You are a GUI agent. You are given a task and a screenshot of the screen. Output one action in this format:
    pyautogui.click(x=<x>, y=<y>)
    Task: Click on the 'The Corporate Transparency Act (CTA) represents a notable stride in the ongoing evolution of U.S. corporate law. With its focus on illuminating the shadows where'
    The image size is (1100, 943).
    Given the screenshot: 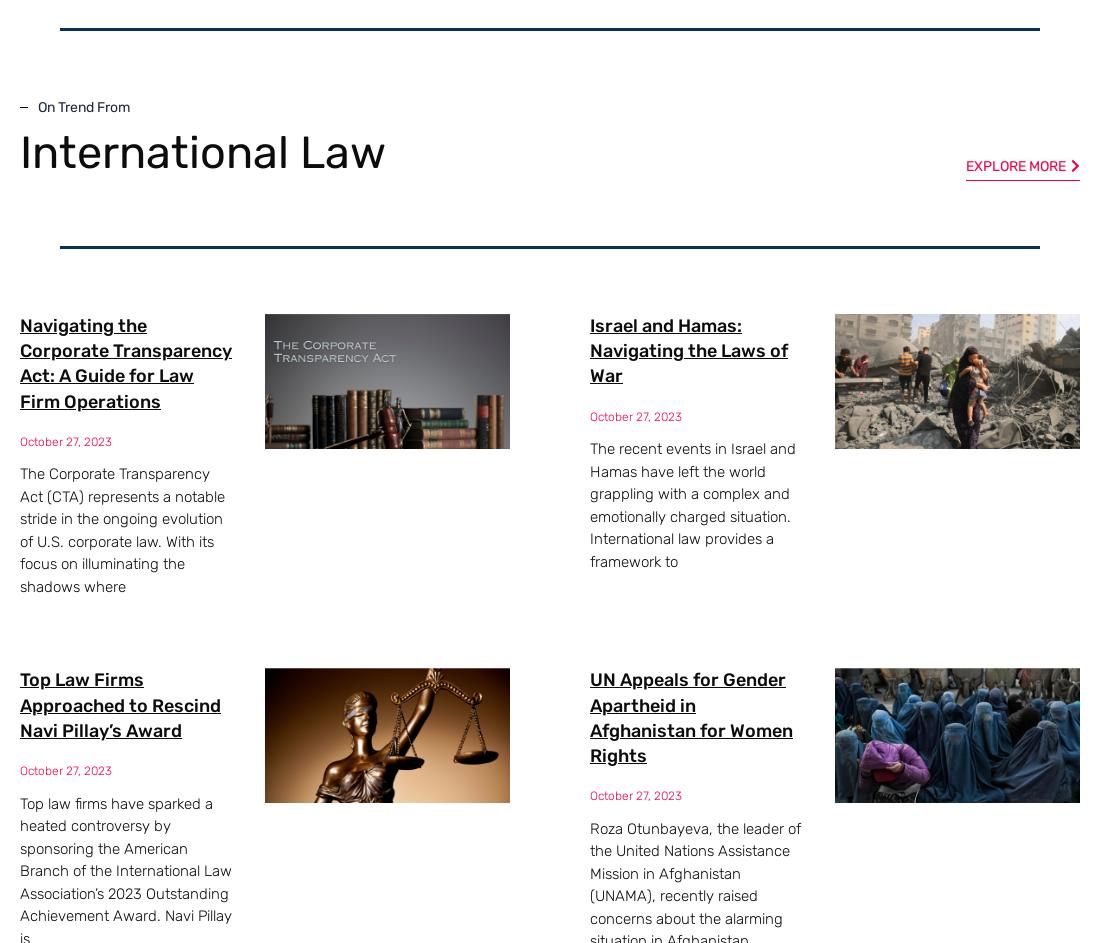 What is the action you would take?
    pyautogui.click(x=122, y=529)
    